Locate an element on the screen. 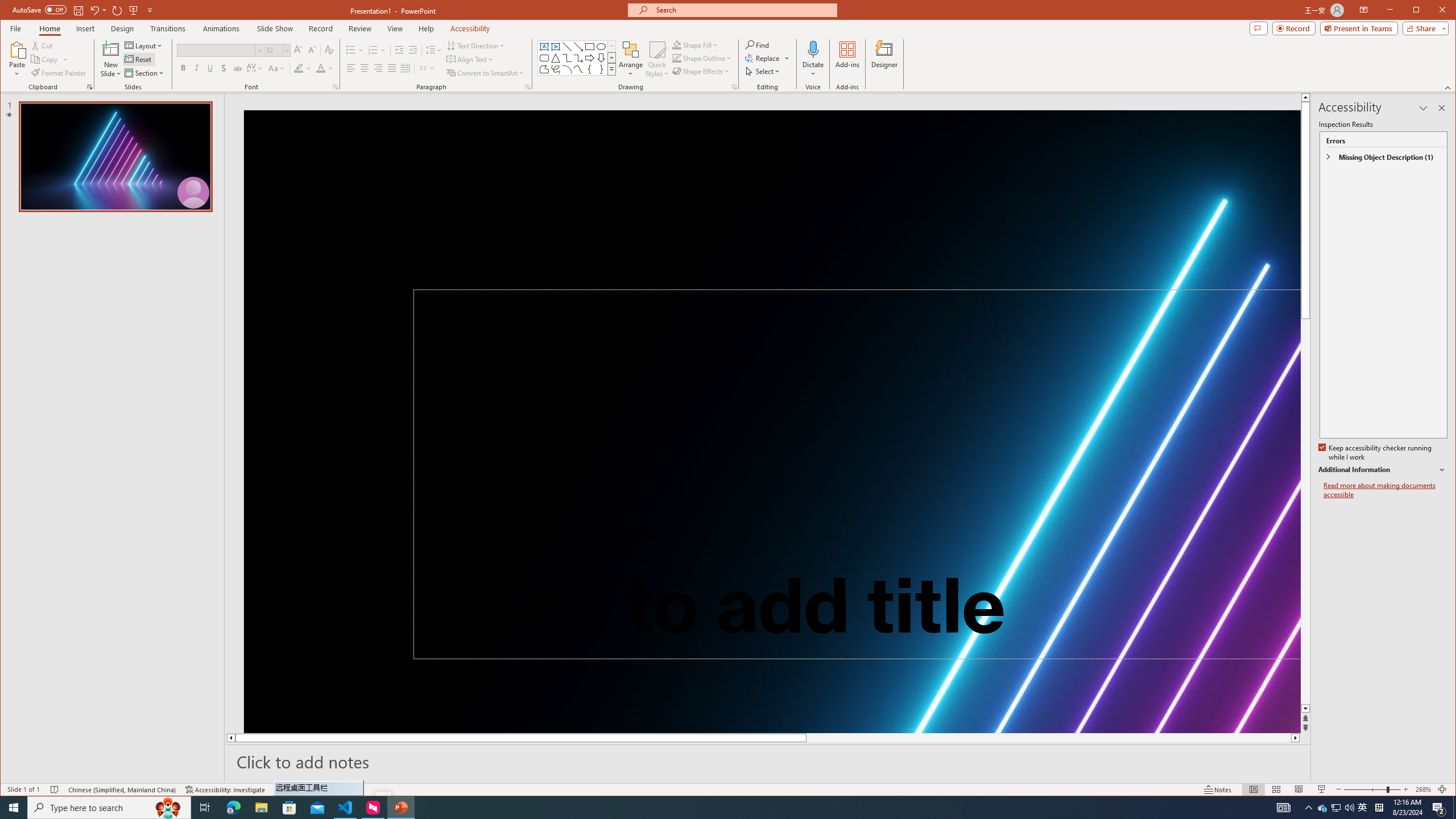 The height and width of the screenshot is (819, 1456). 'Office Clipboard...' is located at coordinates (90, 87).